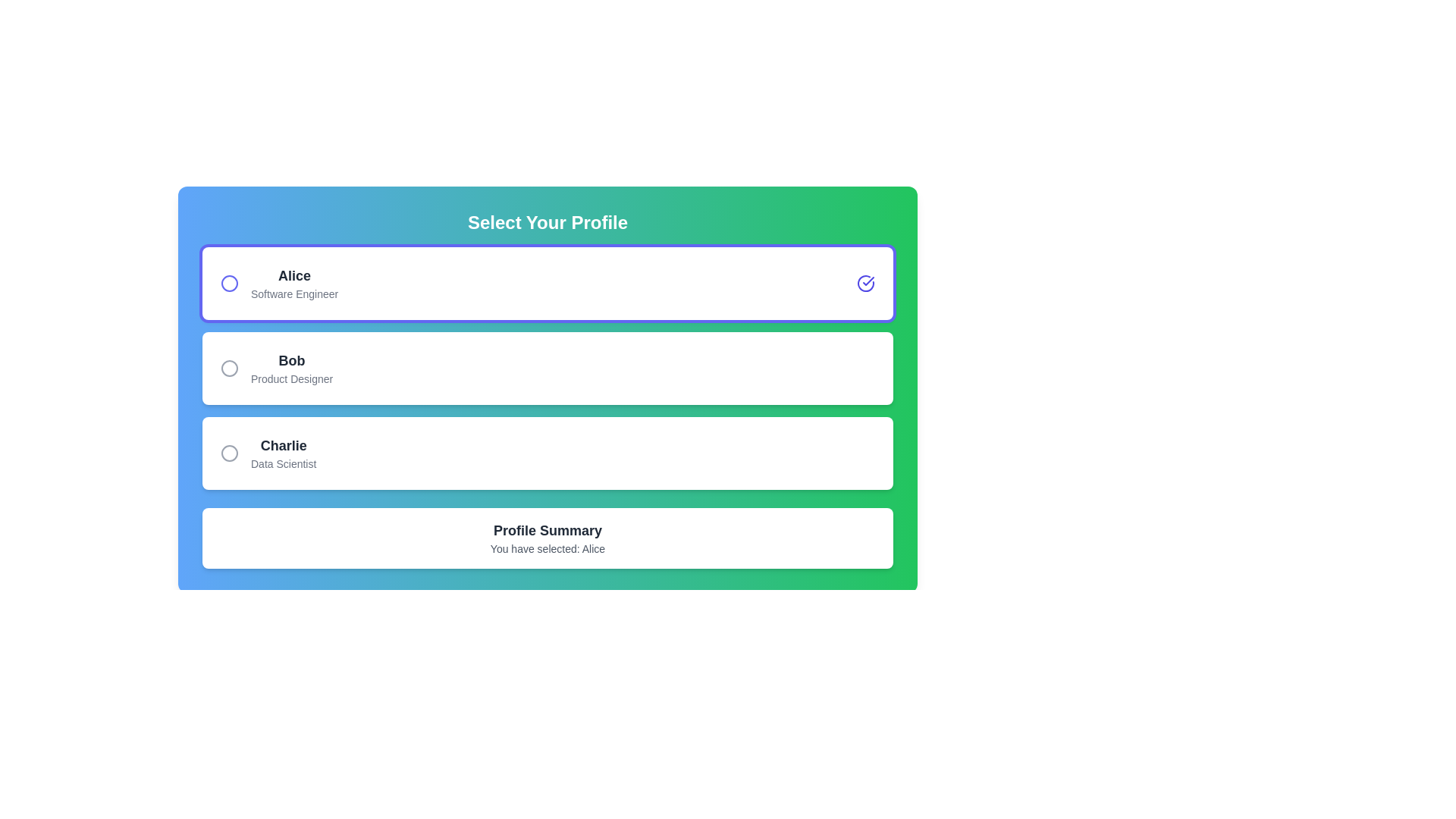  What do you see at coordinates (547, 369) in the screenshot?
I see `the selectable profile item representing 'Bob', a Product Designer` at bounding box center [547, 369].